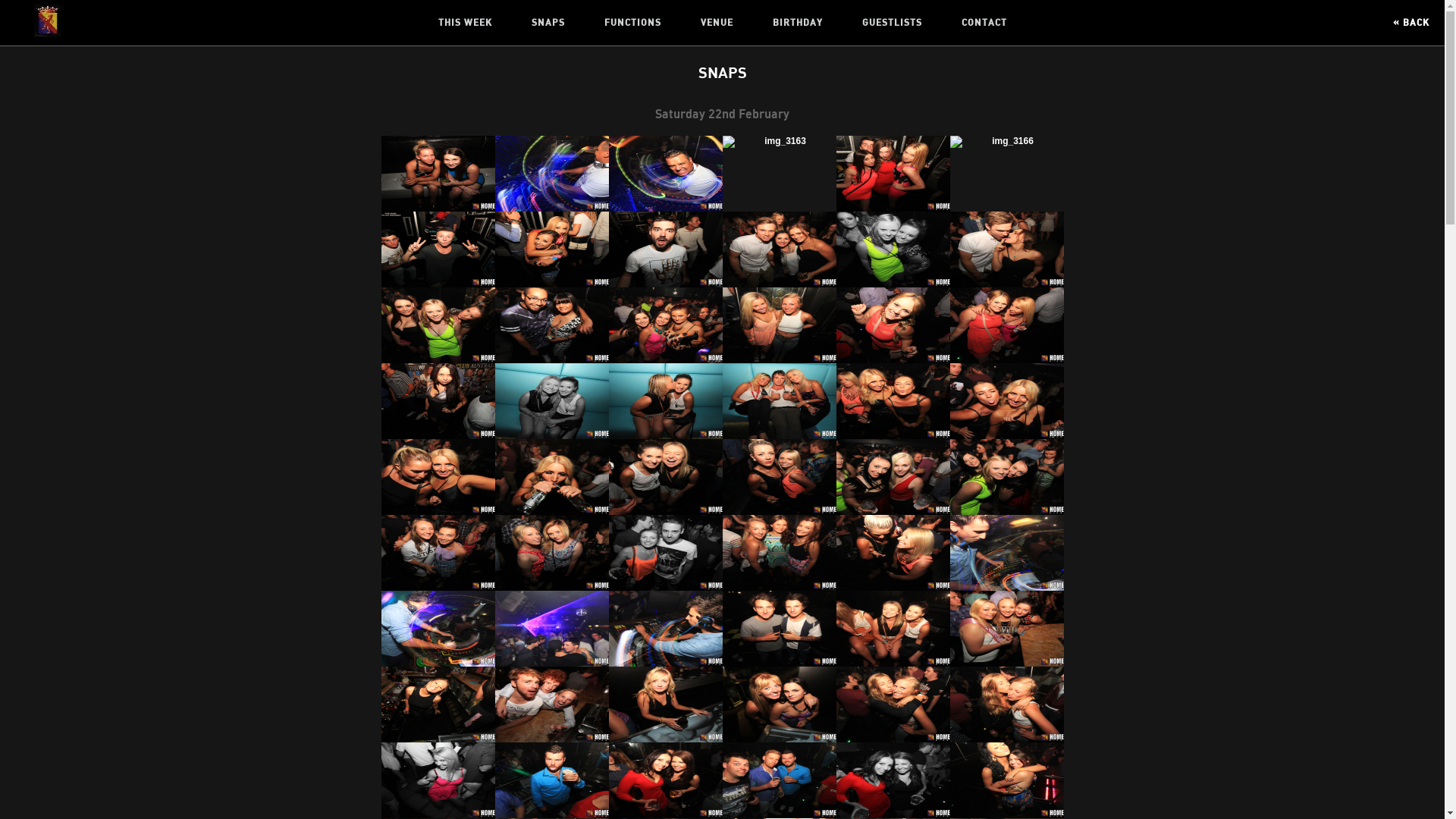 The image size is (1456, 819). What do you see at coordinates (381, 780) in the screenshot?
I see `' '` at bounding box center [381, 780].